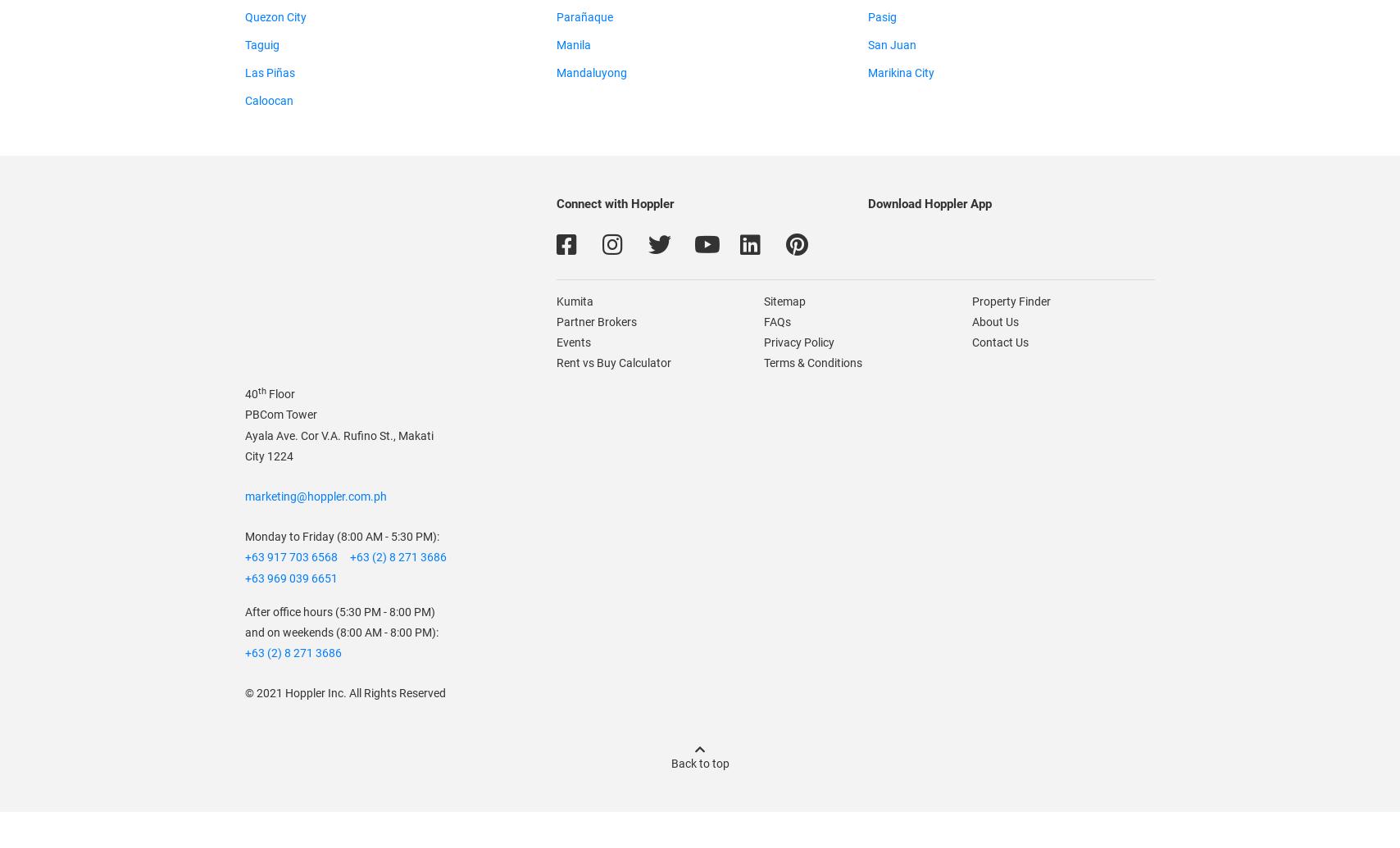 This screenshot has height=848, width=1400. What do you see at coordinates (881, 17) in the screenshot?
I see `'Pasig'` at bounding box center [881, 17].